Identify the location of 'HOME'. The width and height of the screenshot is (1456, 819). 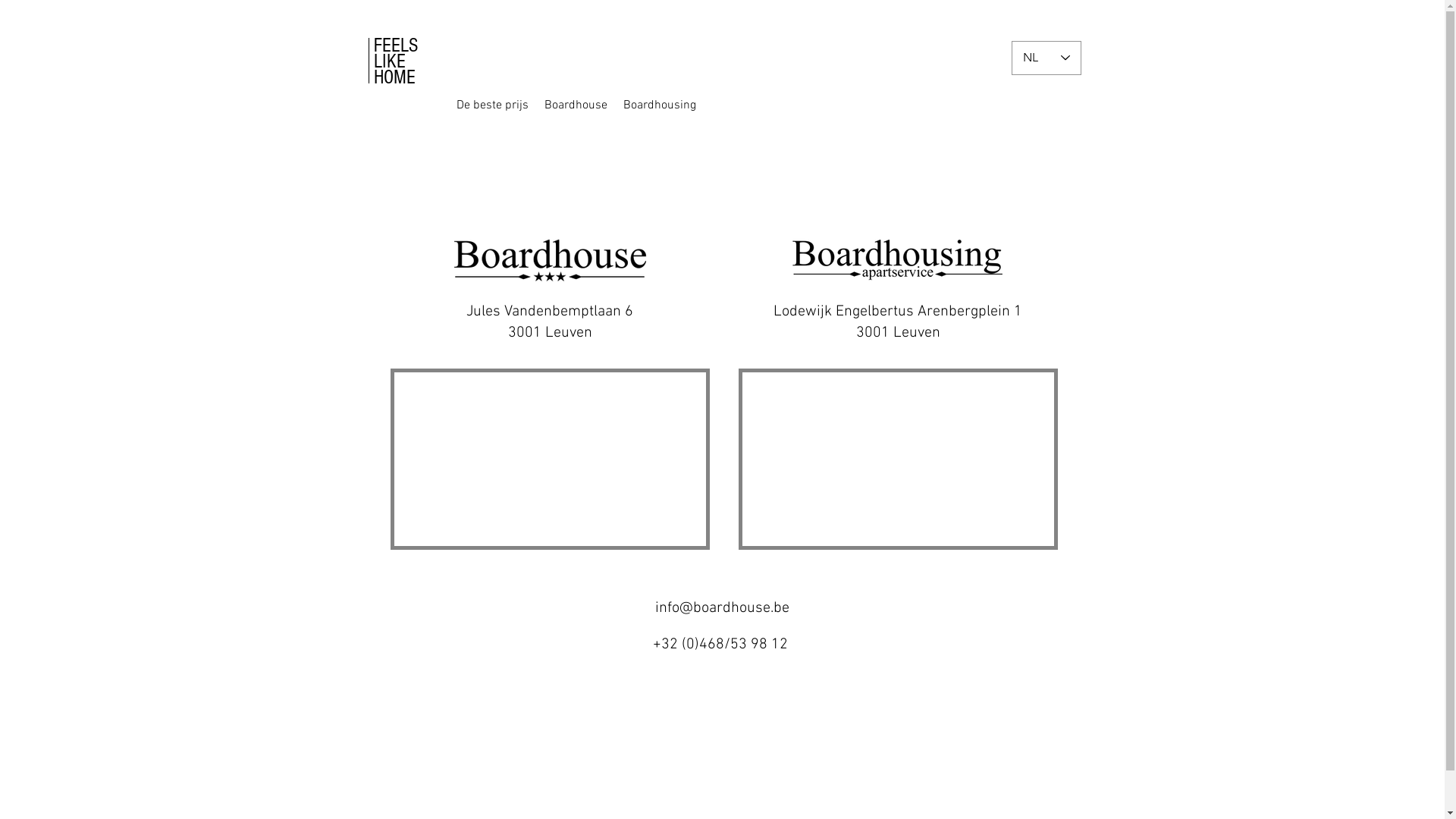
(372, 77).